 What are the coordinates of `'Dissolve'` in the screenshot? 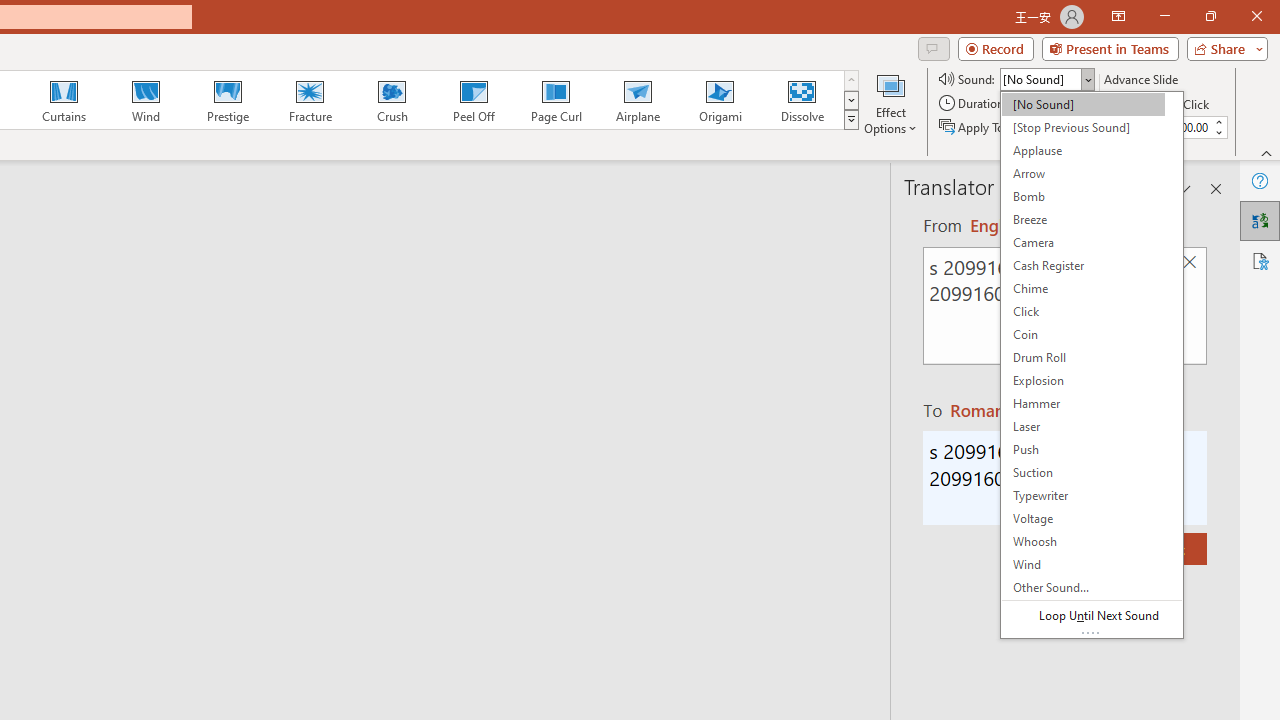 It's located at (802, 100).